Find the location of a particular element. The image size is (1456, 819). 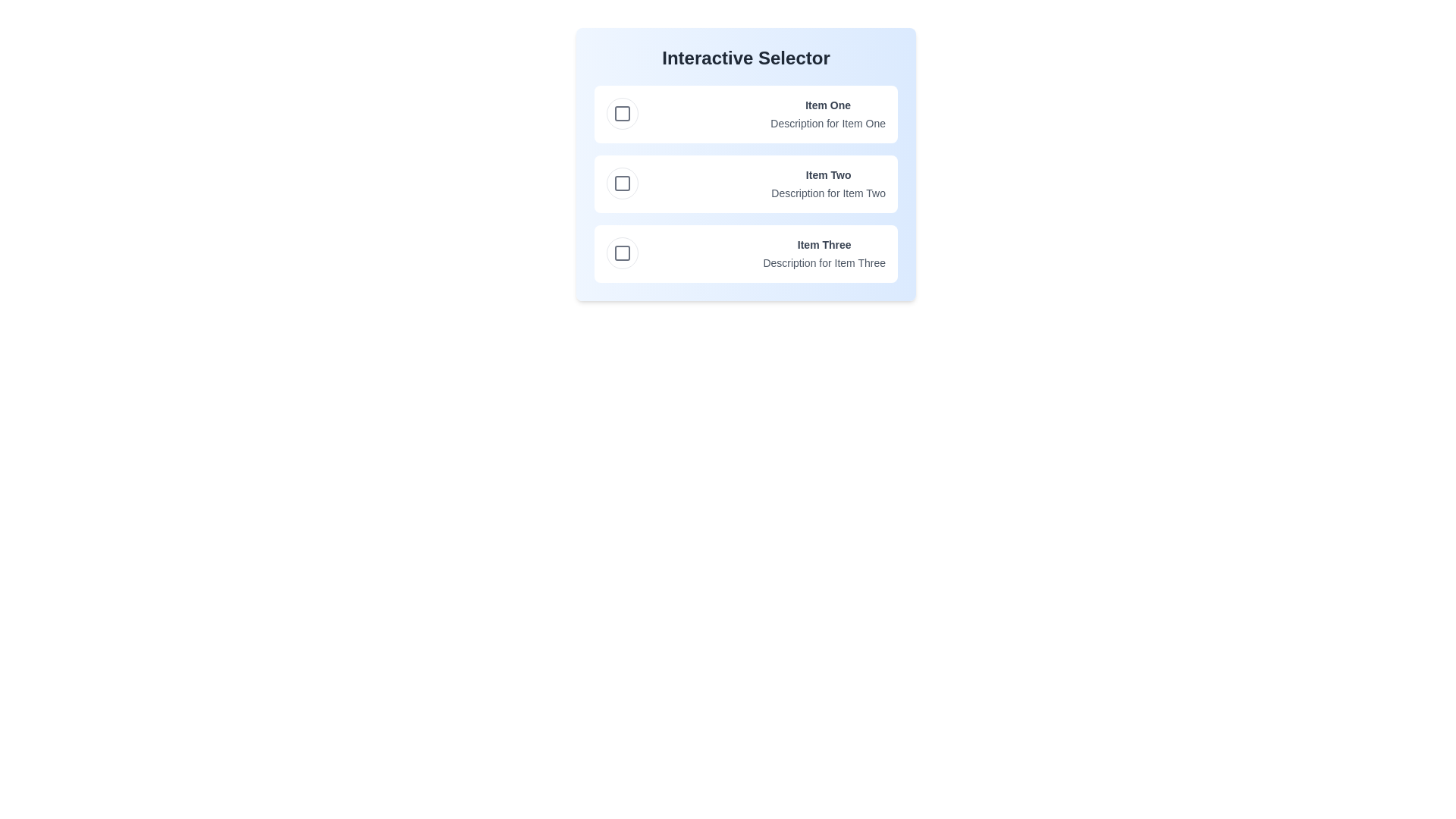

the checkbox of the second list item, which is positioned directly below 'Item One' and above 'Item Three' is located at coordinates (745, 184).